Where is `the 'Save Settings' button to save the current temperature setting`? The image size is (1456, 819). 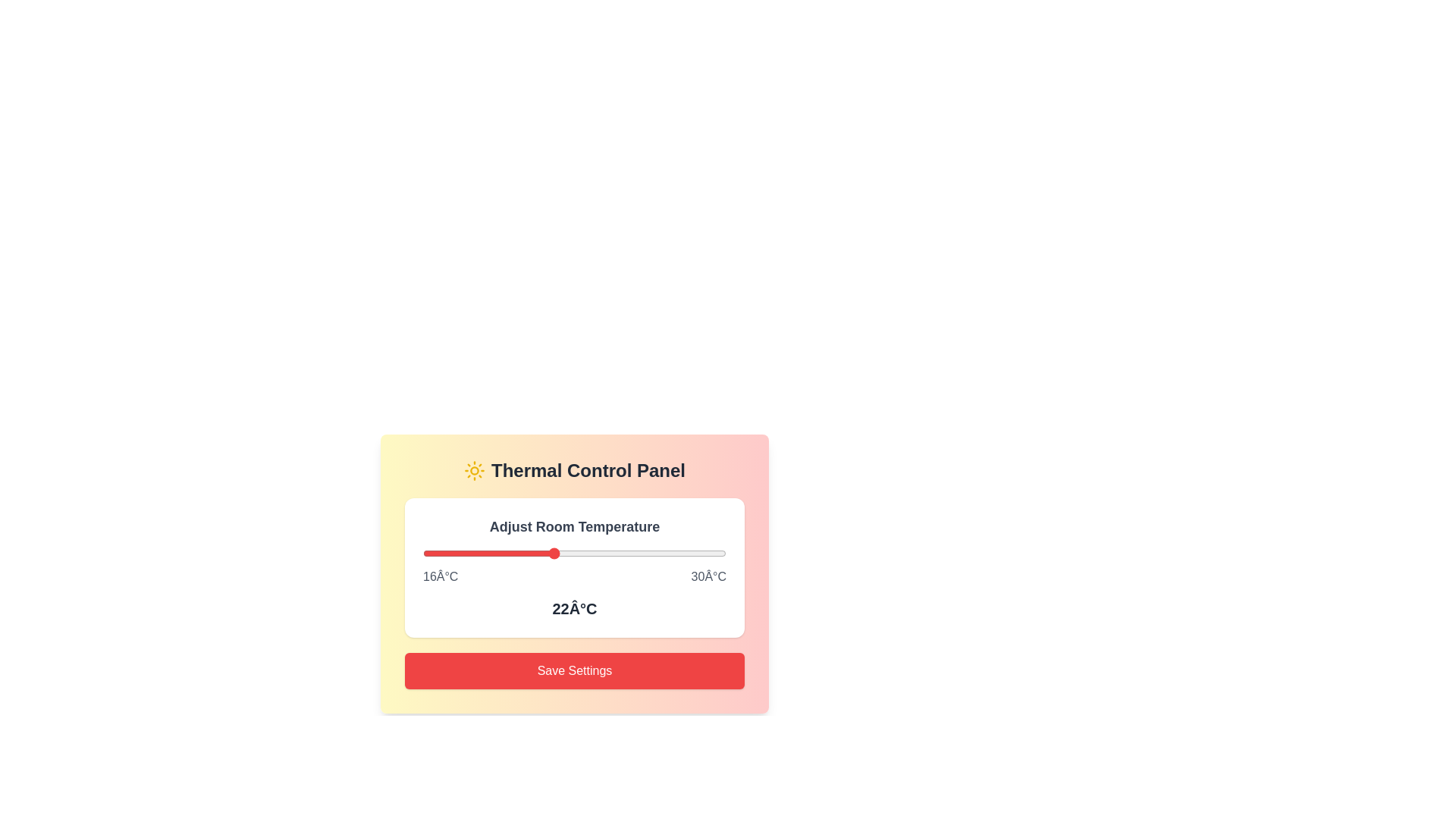
the 'Save Settings' button to save the current temperature setting is located at coordinates (574, 670).